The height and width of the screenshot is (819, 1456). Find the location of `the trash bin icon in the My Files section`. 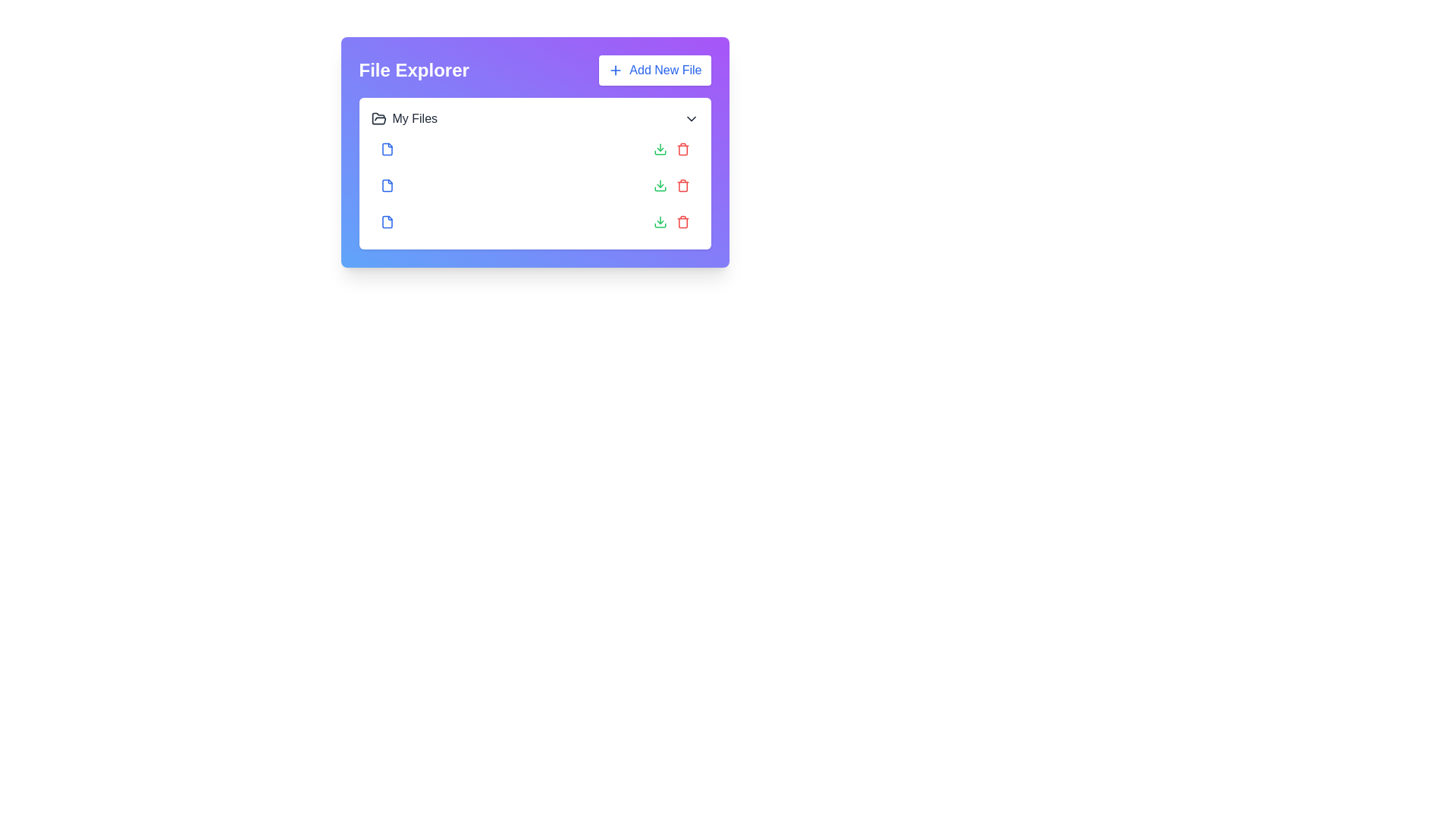

the trash bin icon in the My Files section is located at coordinates (682, 150).